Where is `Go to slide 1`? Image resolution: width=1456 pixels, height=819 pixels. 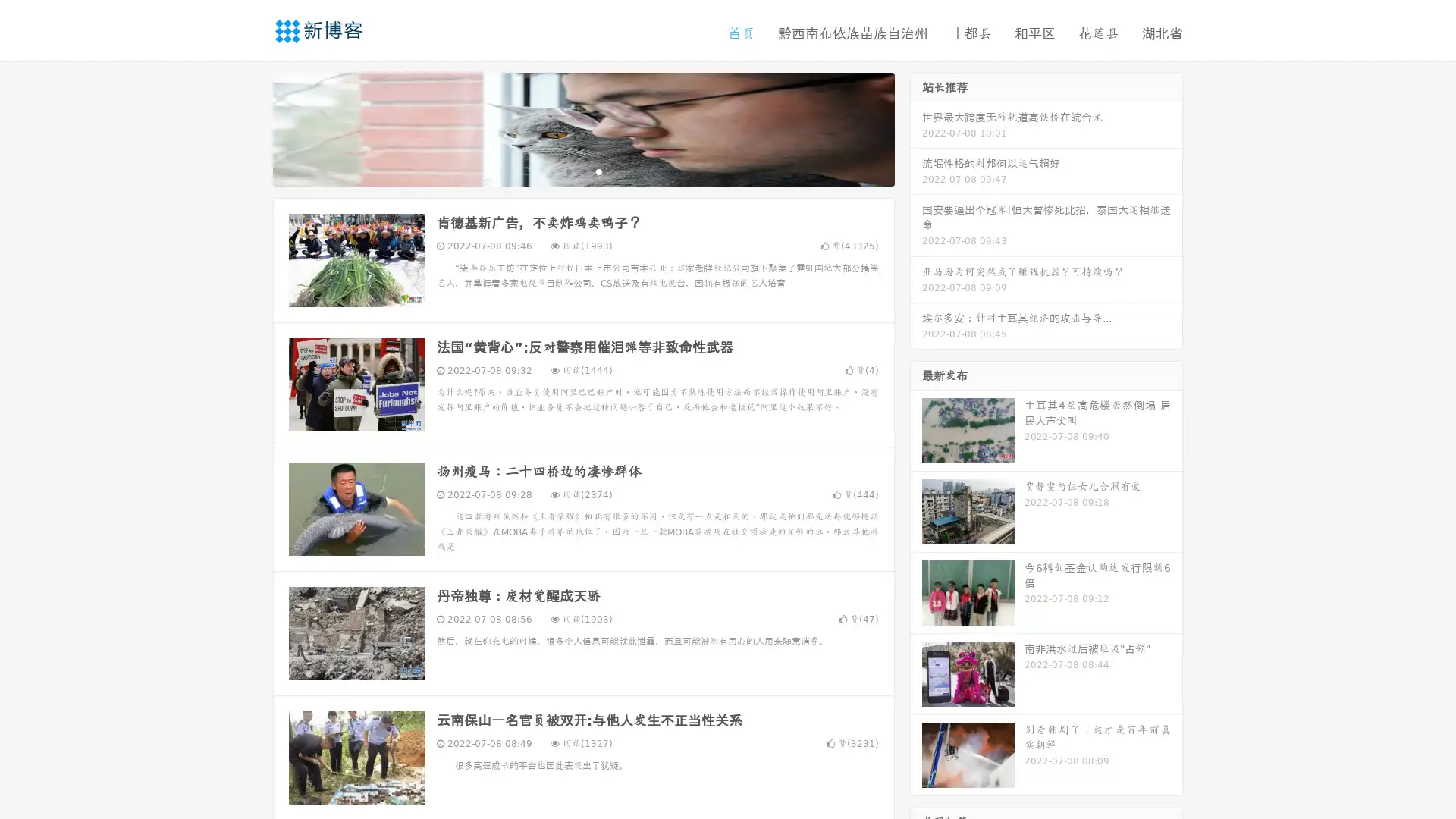
Go to slide 1 is located at coordinates (567, 171).